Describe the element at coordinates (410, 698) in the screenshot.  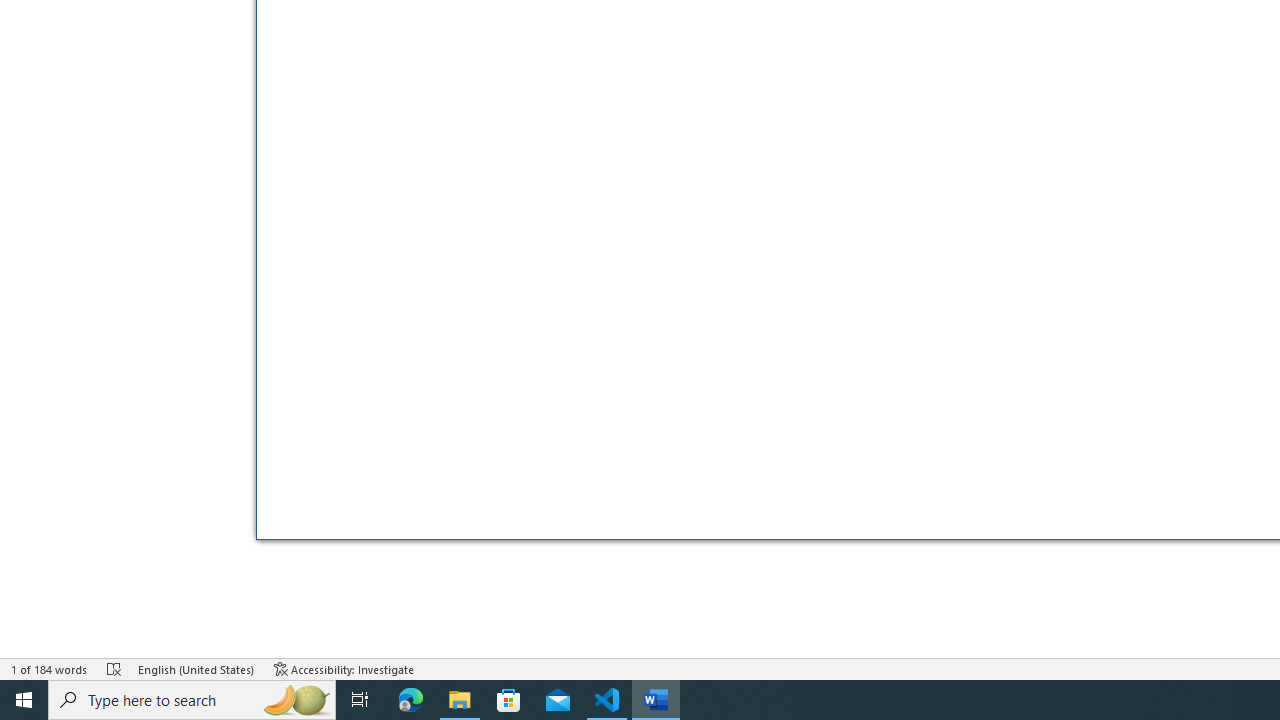
I see `'Microsoft Edge'` at that location.